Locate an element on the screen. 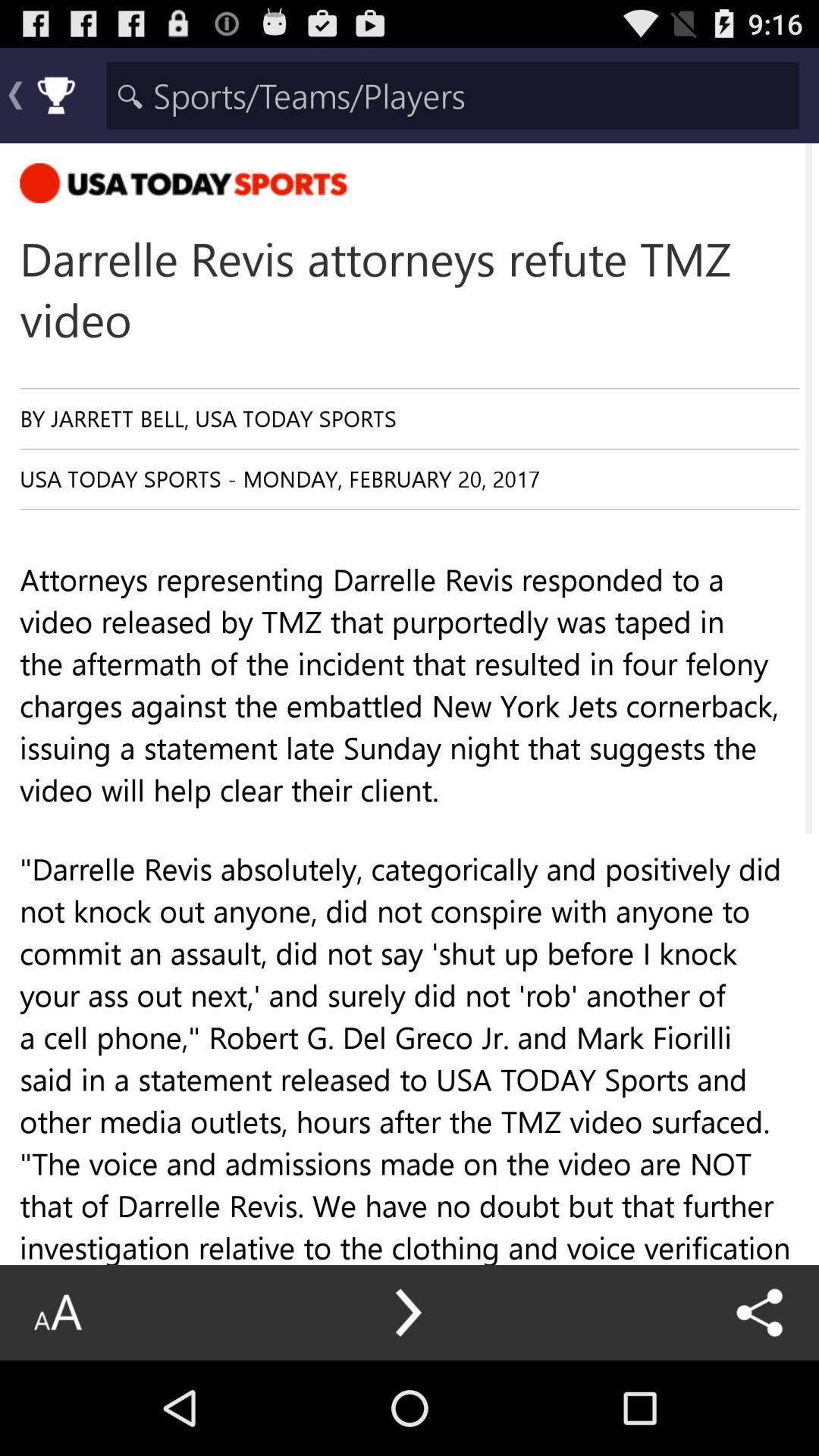 The height and width of the screenshot is (1456, 819). the the 11 second item is located at coordinates (409, 1355).